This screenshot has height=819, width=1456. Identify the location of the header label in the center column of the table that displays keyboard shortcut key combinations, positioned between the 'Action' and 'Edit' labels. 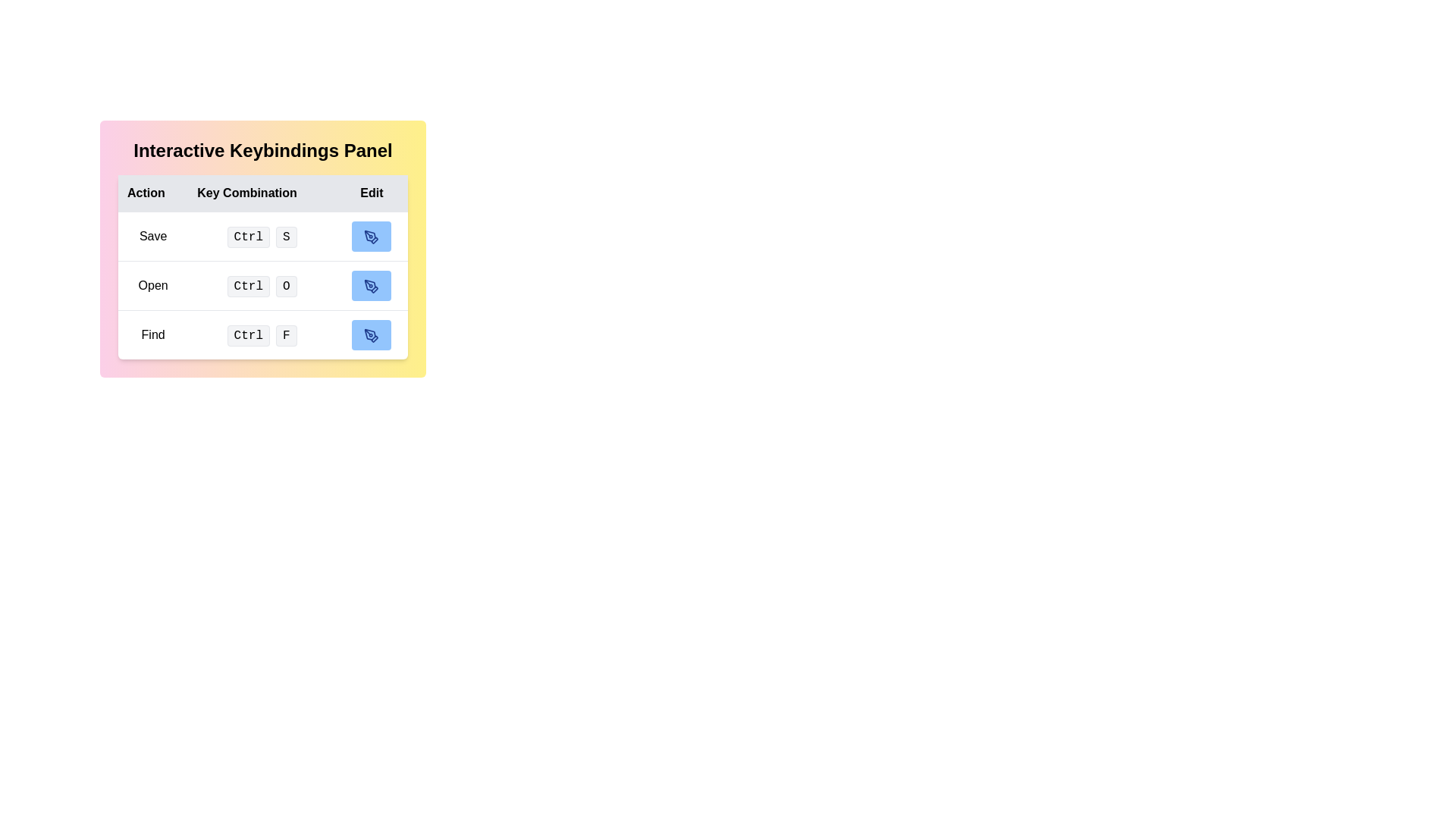
(262, 193).